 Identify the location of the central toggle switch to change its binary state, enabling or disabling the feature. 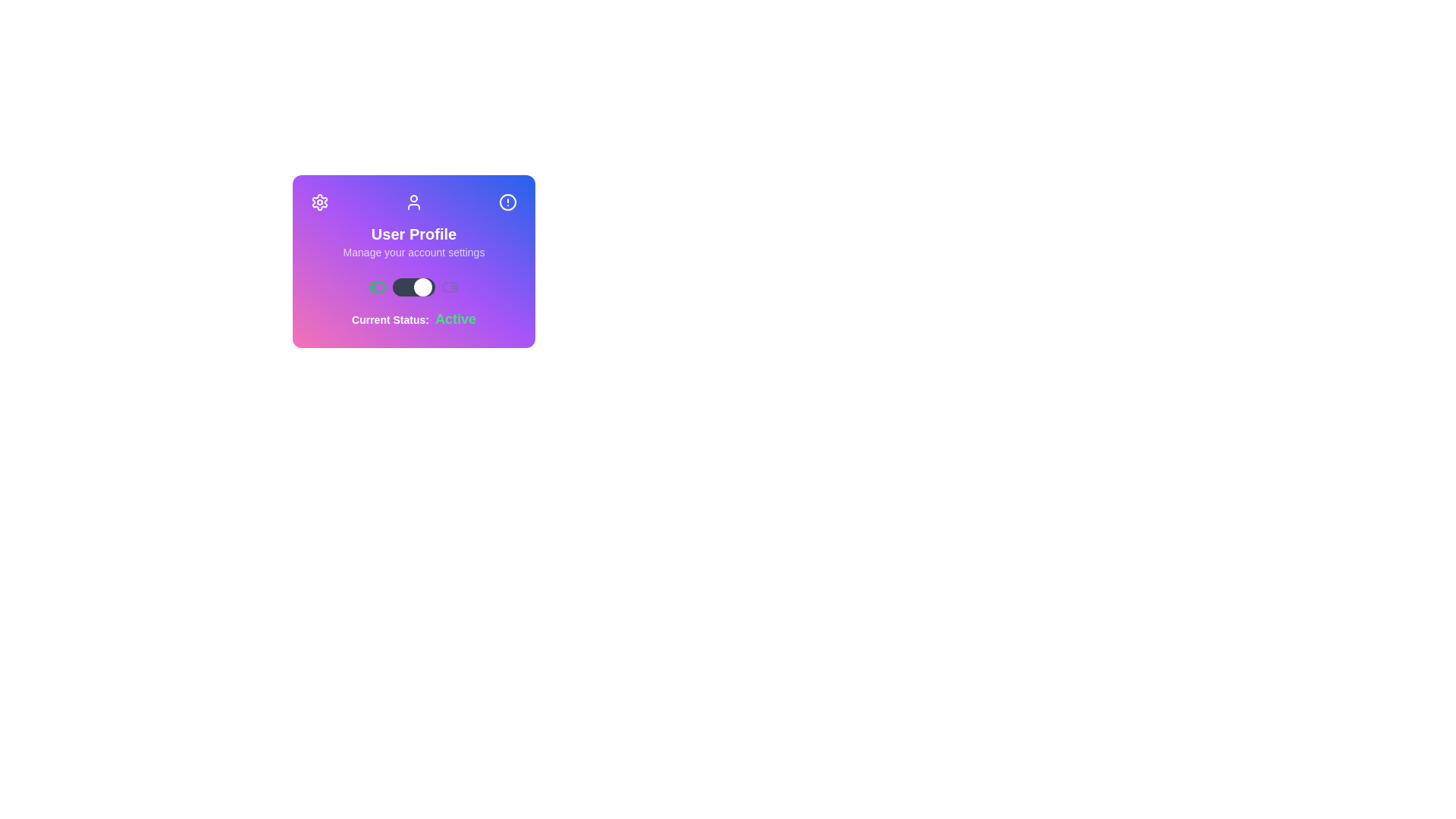
(414, 287).